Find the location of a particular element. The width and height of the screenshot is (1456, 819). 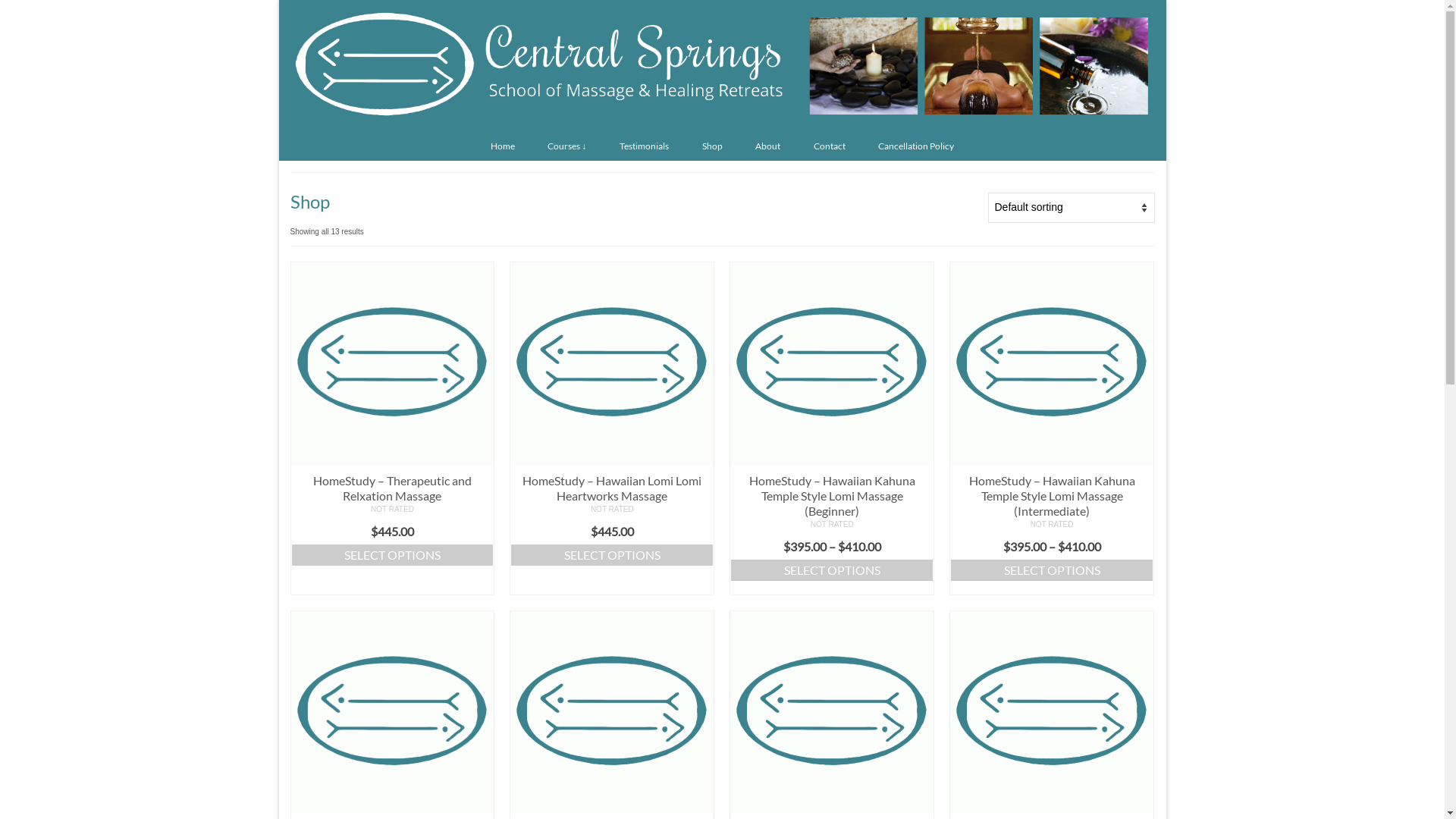

'SELECT OPTIONS' is located at coordinates (730, 570).